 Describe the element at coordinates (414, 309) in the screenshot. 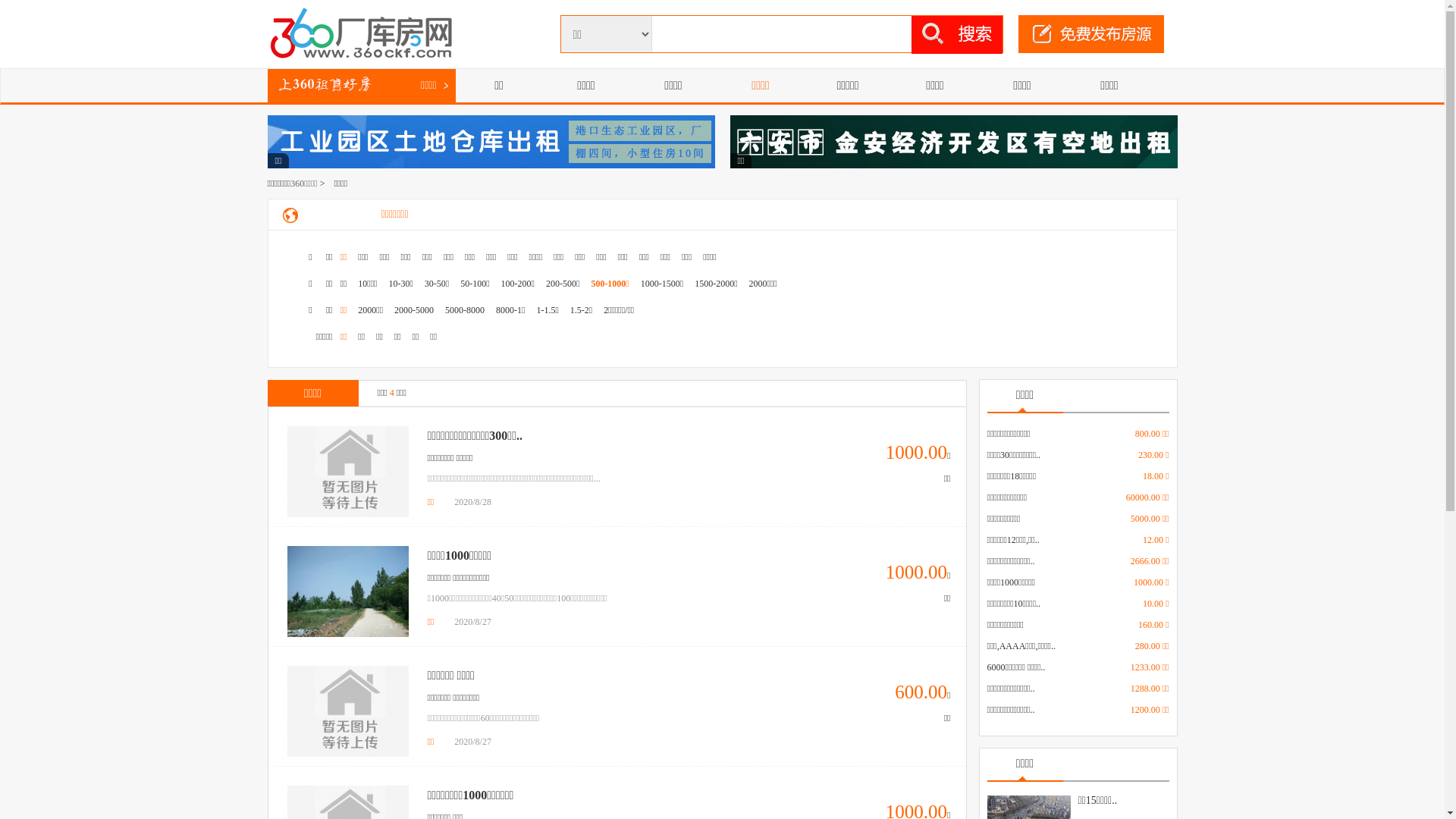

I see `'2000-5000'` at that location.